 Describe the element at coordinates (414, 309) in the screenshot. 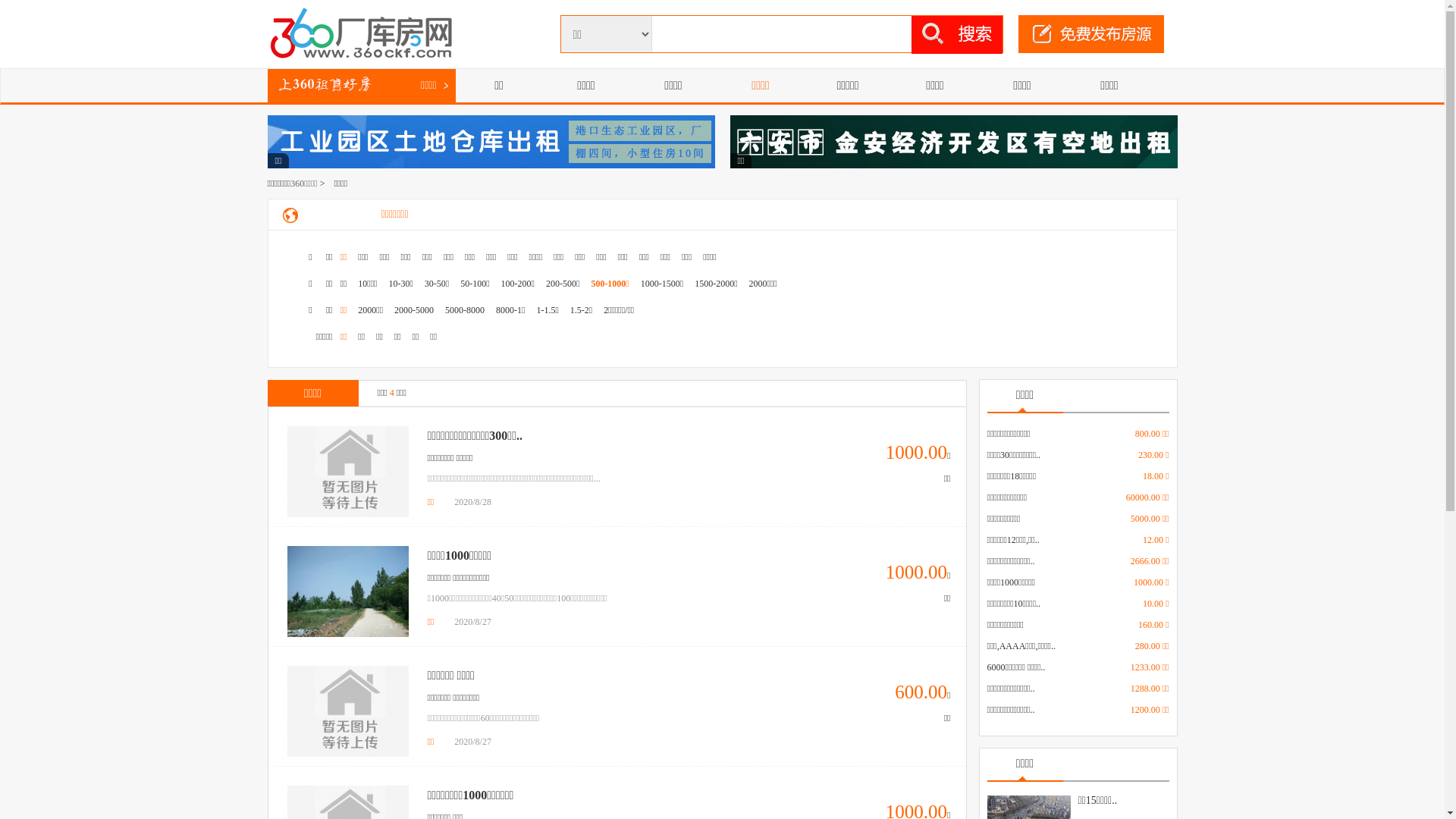

I see `'2000-5000'` at that location.